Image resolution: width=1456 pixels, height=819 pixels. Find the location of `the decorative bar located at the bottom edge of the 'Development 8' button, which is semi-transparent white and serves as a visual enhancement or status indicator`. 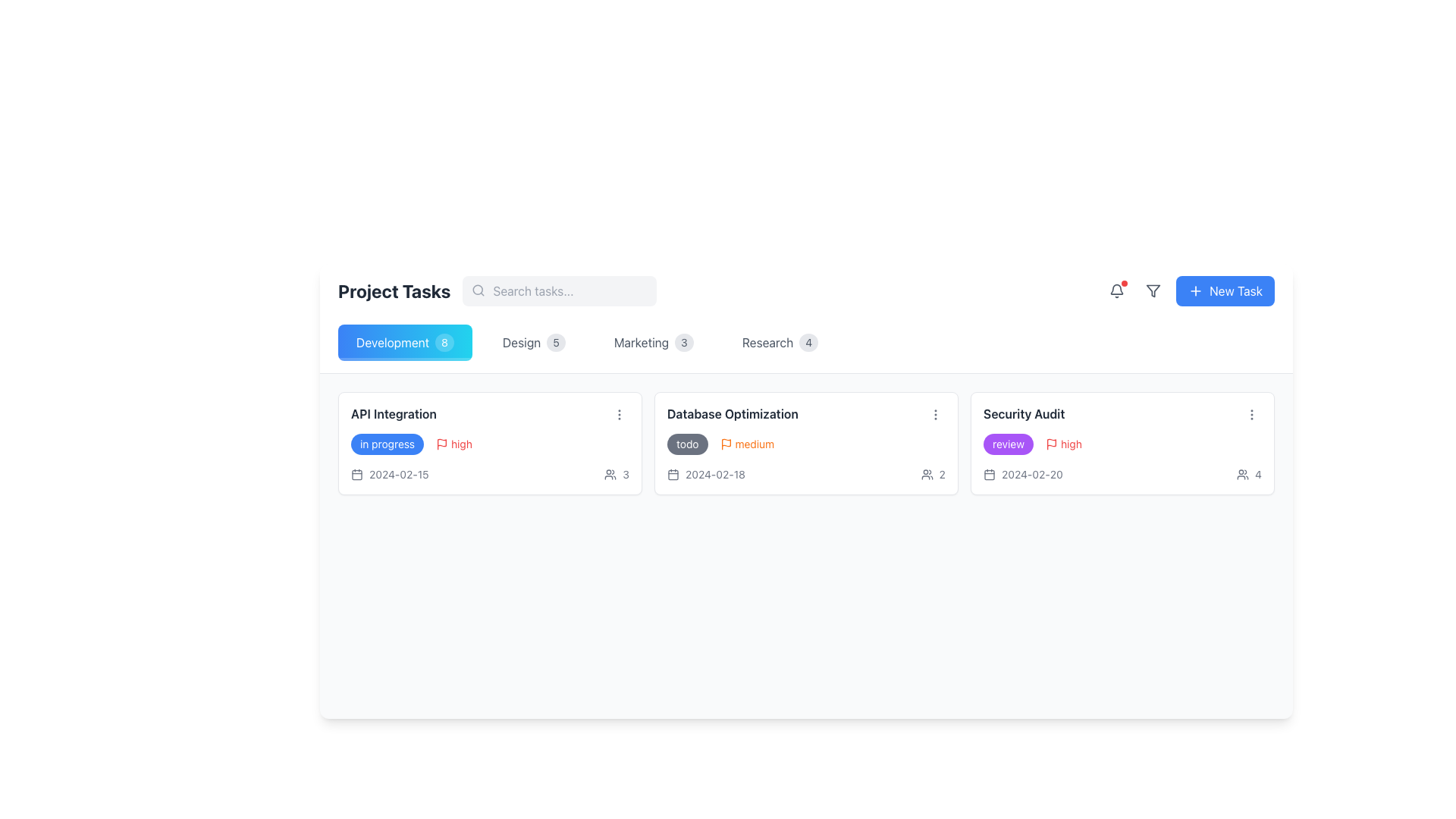

the decorative bar located at the bottom edge of the 'Development 8' button, which is semi-transparent white and serves as a visual enhancement or status indicator is located at coordinates (405, 359).